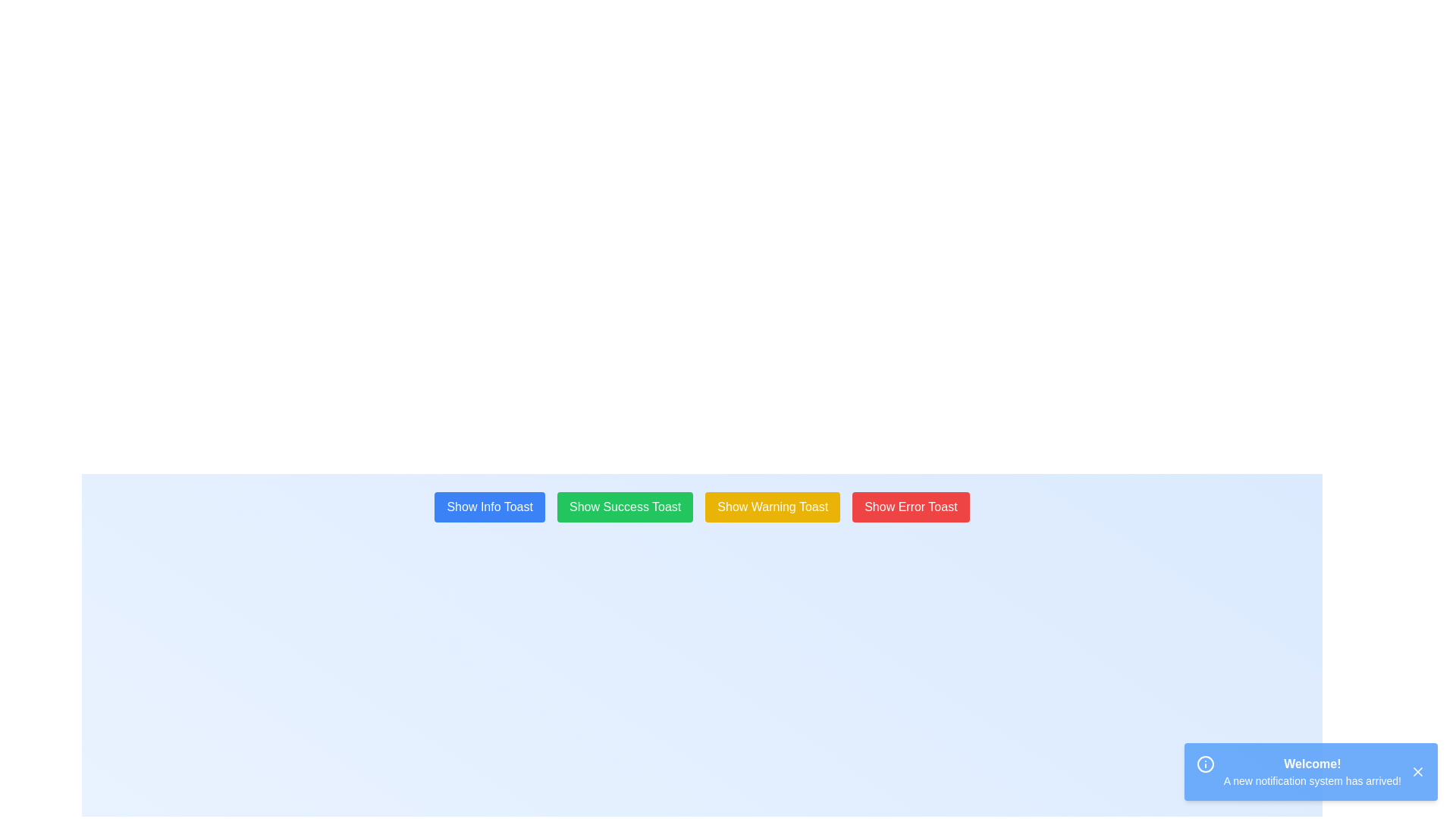 Image resolution: width=1456 pixels, height=819 pixels. What do you see at coordinates (1417, 772) in the screenshot?
I see `the small gray cross icon button located in the top-right corner of the notification box` at bounding box center [1417, 772].